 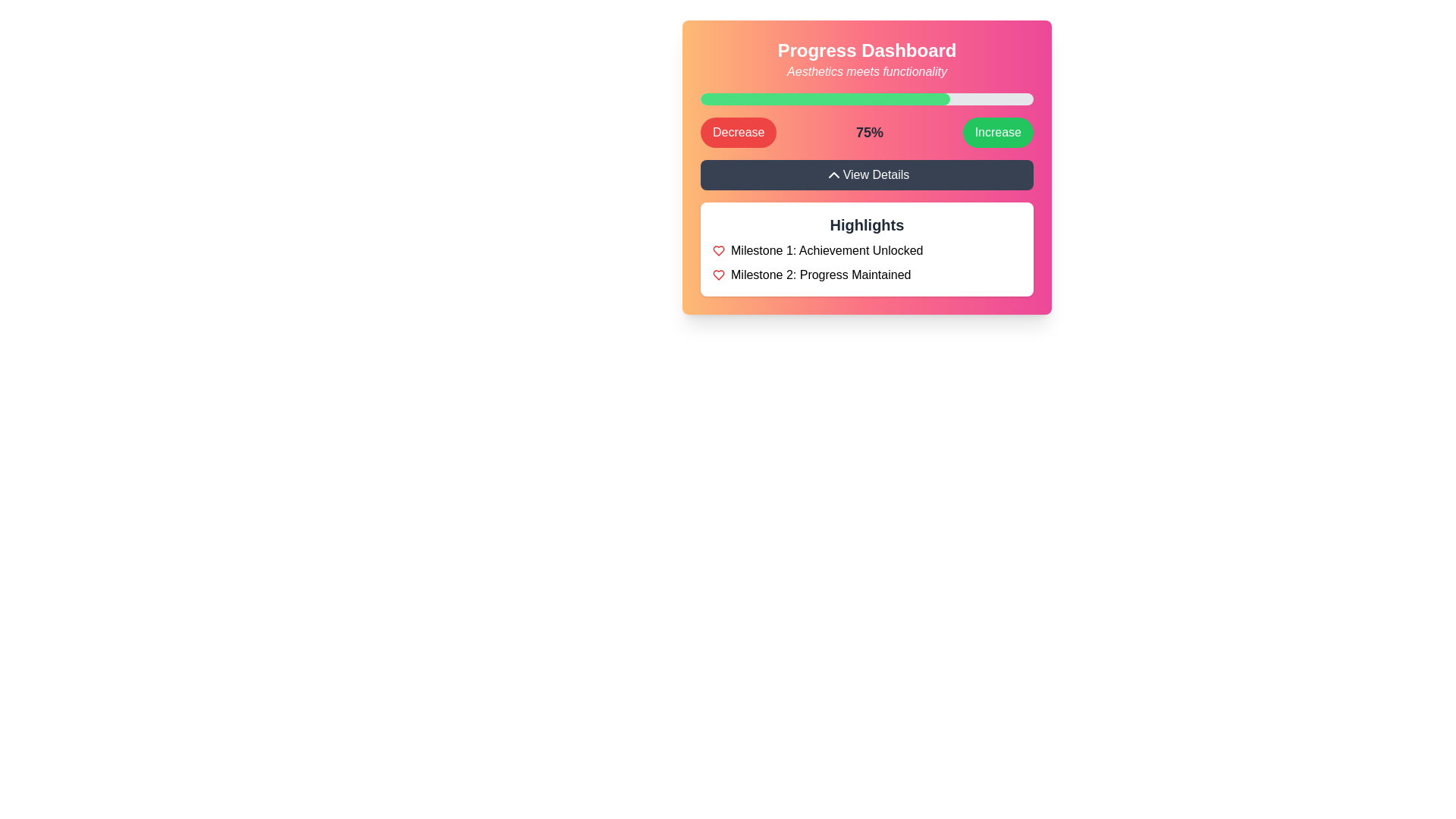 What do you see at coordinates (867, 99) in the screenshot?
I see `the Progress Indicator (Progress Bar) which is a horizontally oriented bar with a light gray background and a green inner bar indicating 75% progress, located centrally within the 'Progress Dashboard' card component` at bounding box center [867, 99].